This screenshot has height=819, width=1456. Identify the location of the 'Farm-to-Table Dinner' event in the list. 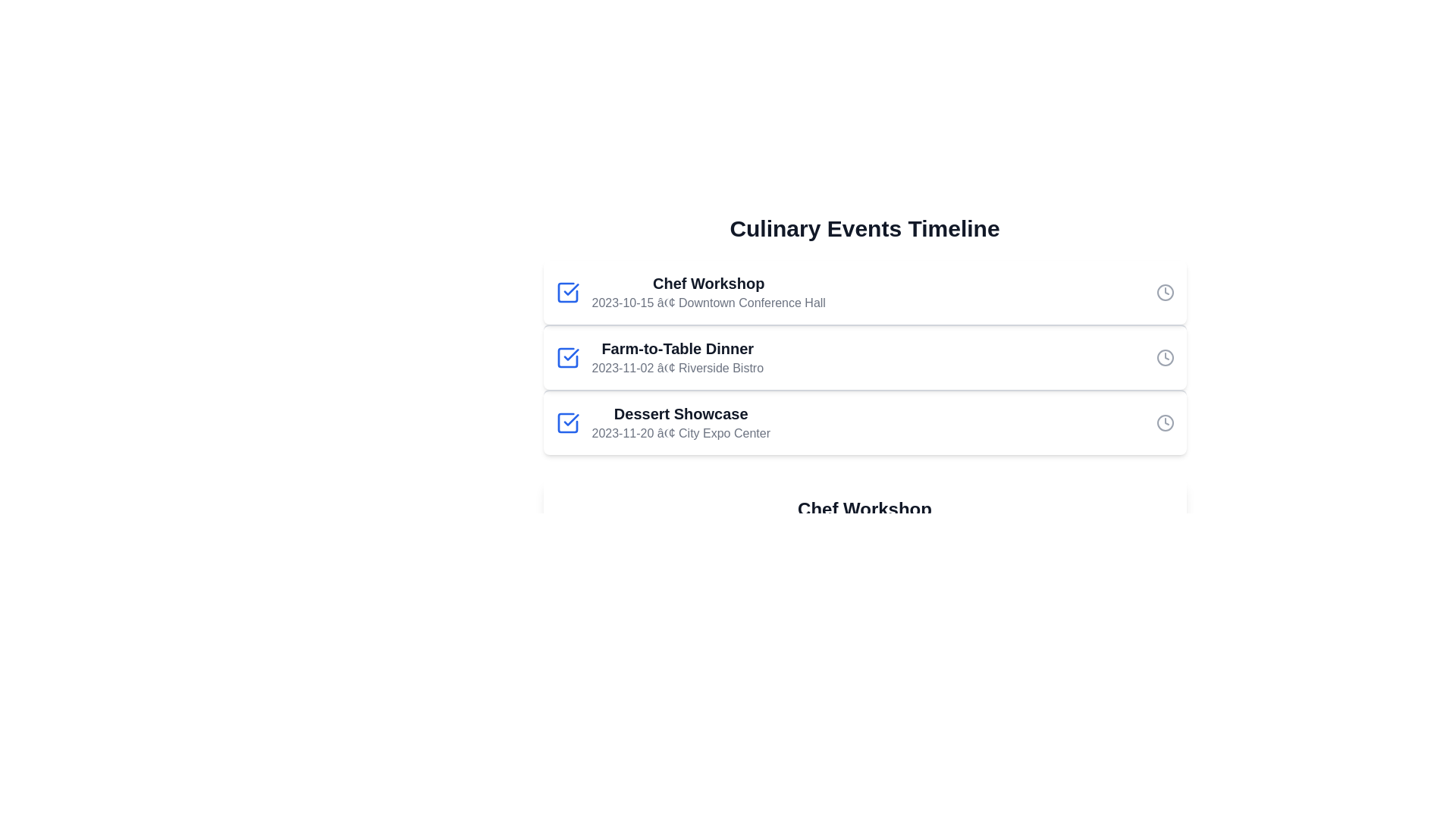
(659, 357).